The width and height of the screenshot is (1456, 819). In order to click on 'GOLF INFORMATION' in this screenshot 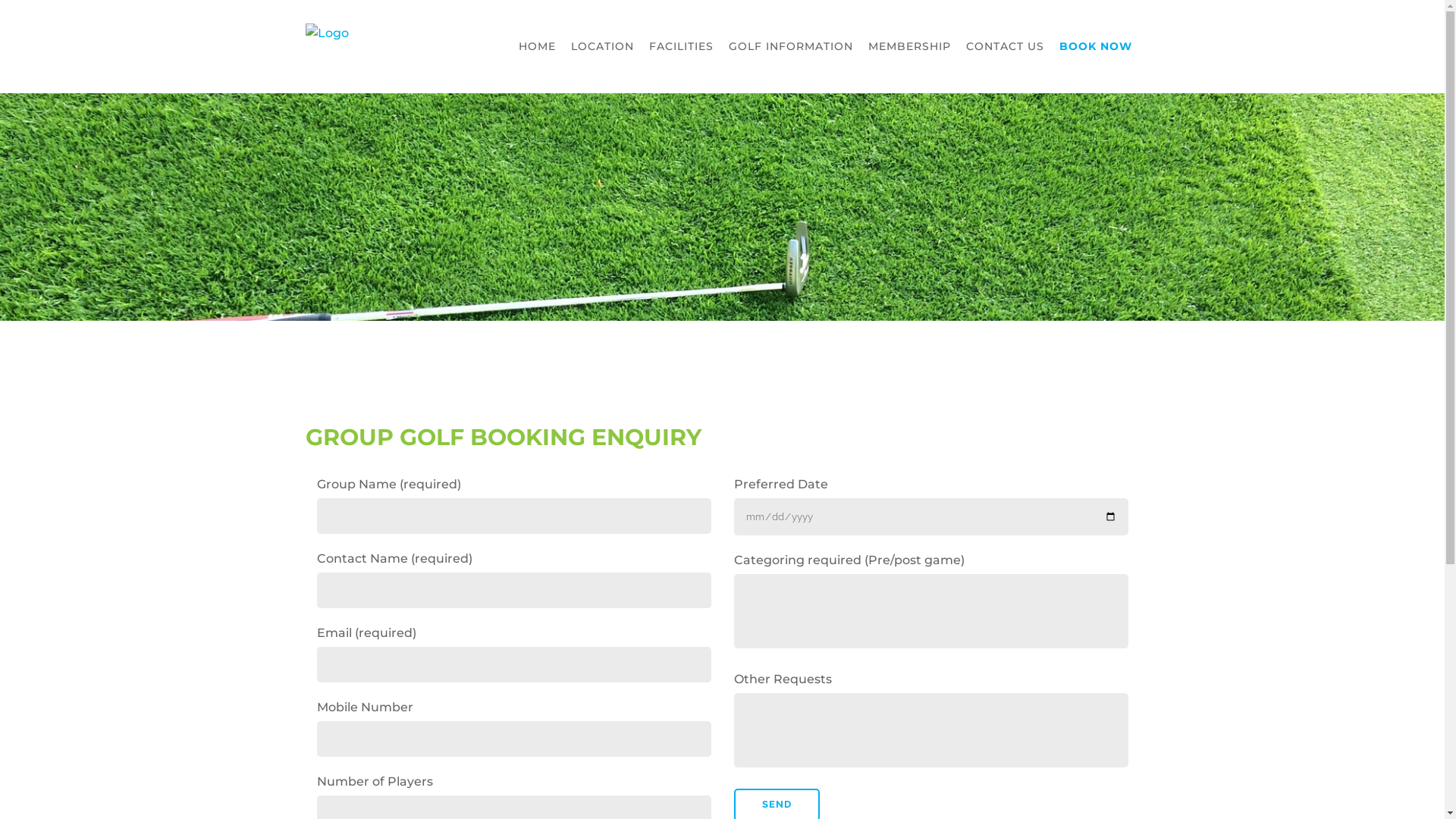, I will do `click(789, 45)`.